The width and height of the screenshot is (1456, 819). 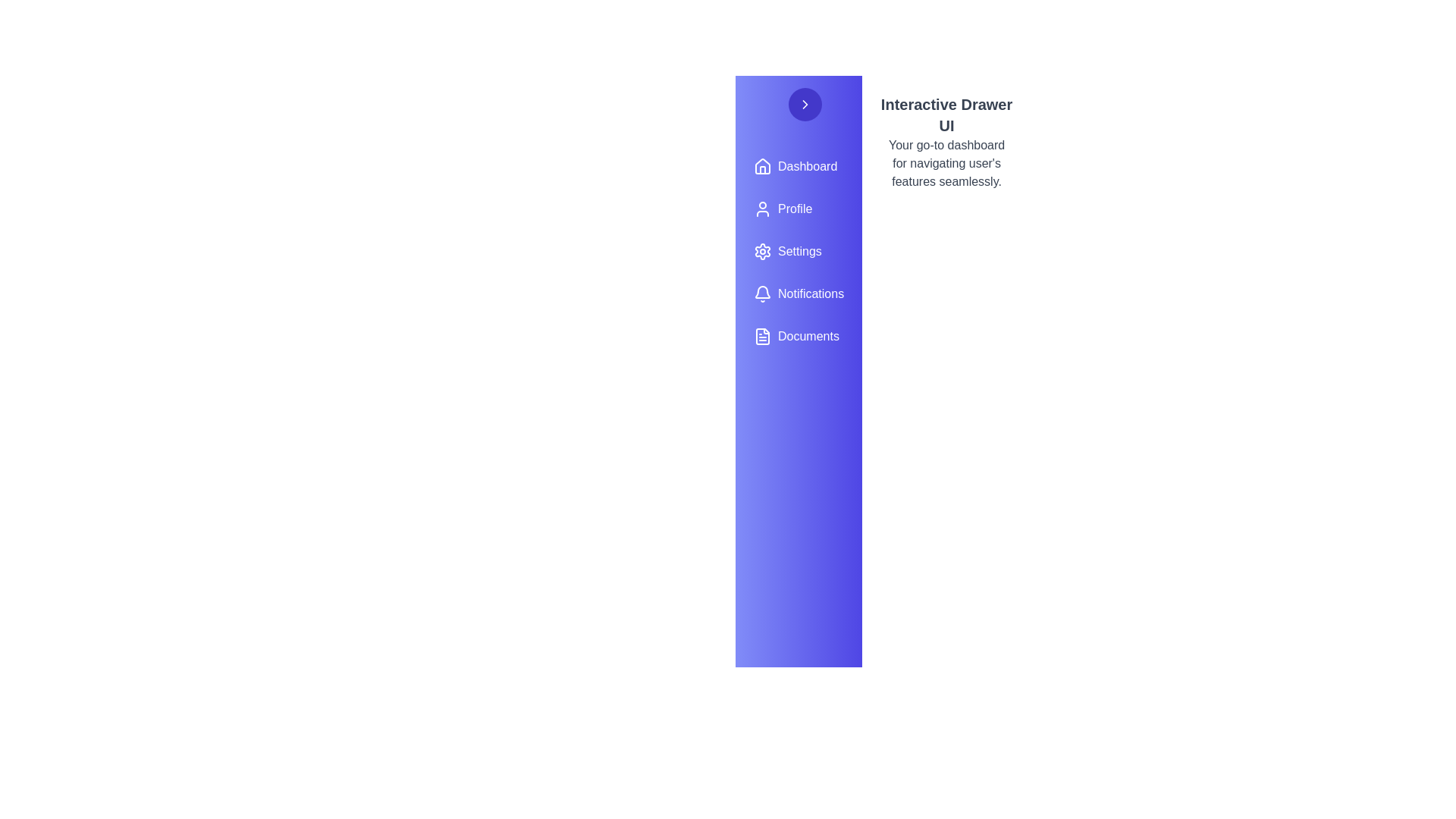 I want to click on the menu item Documents, so click(x=798, y=335).